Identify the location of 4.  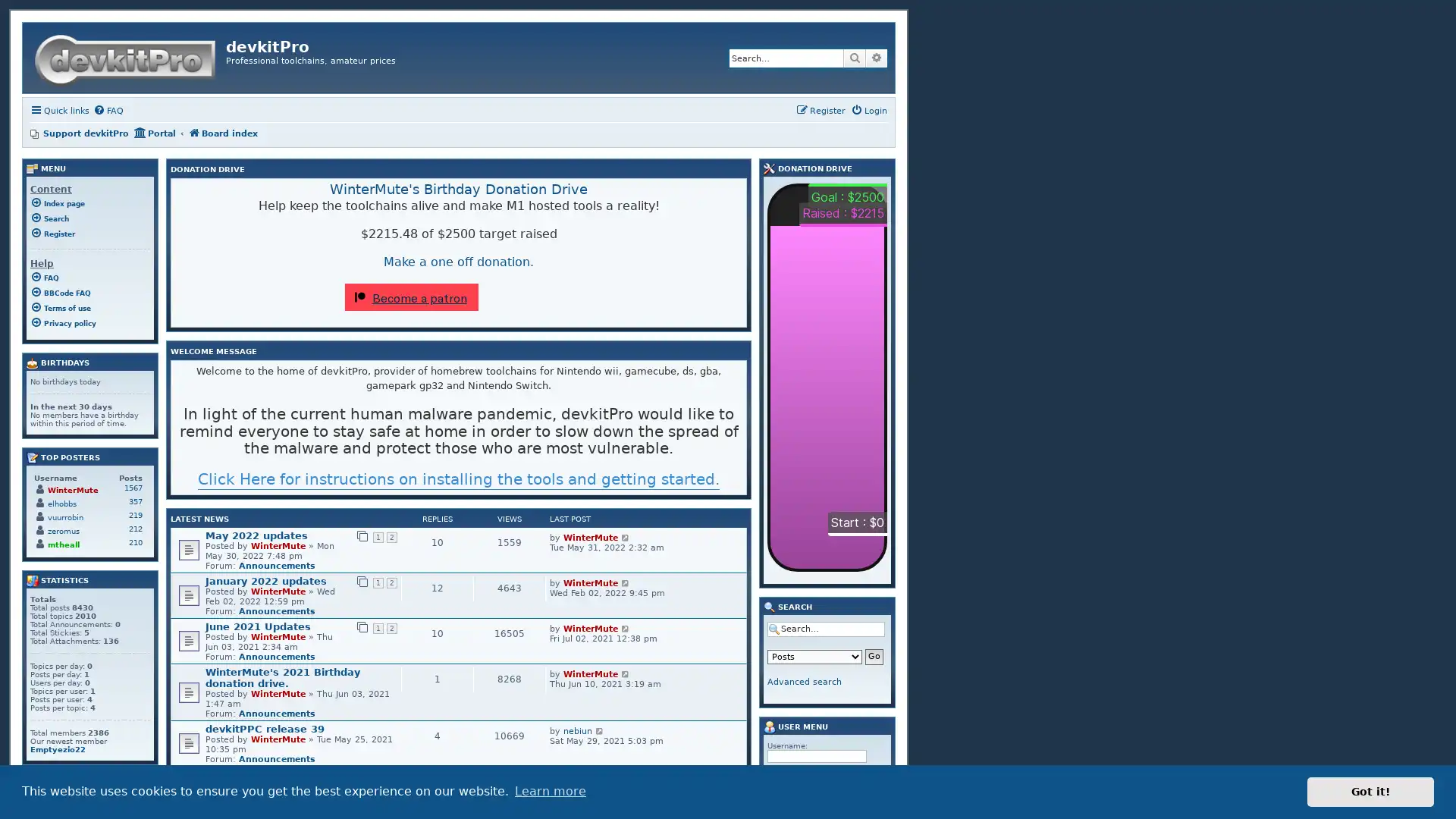
(694, 774).